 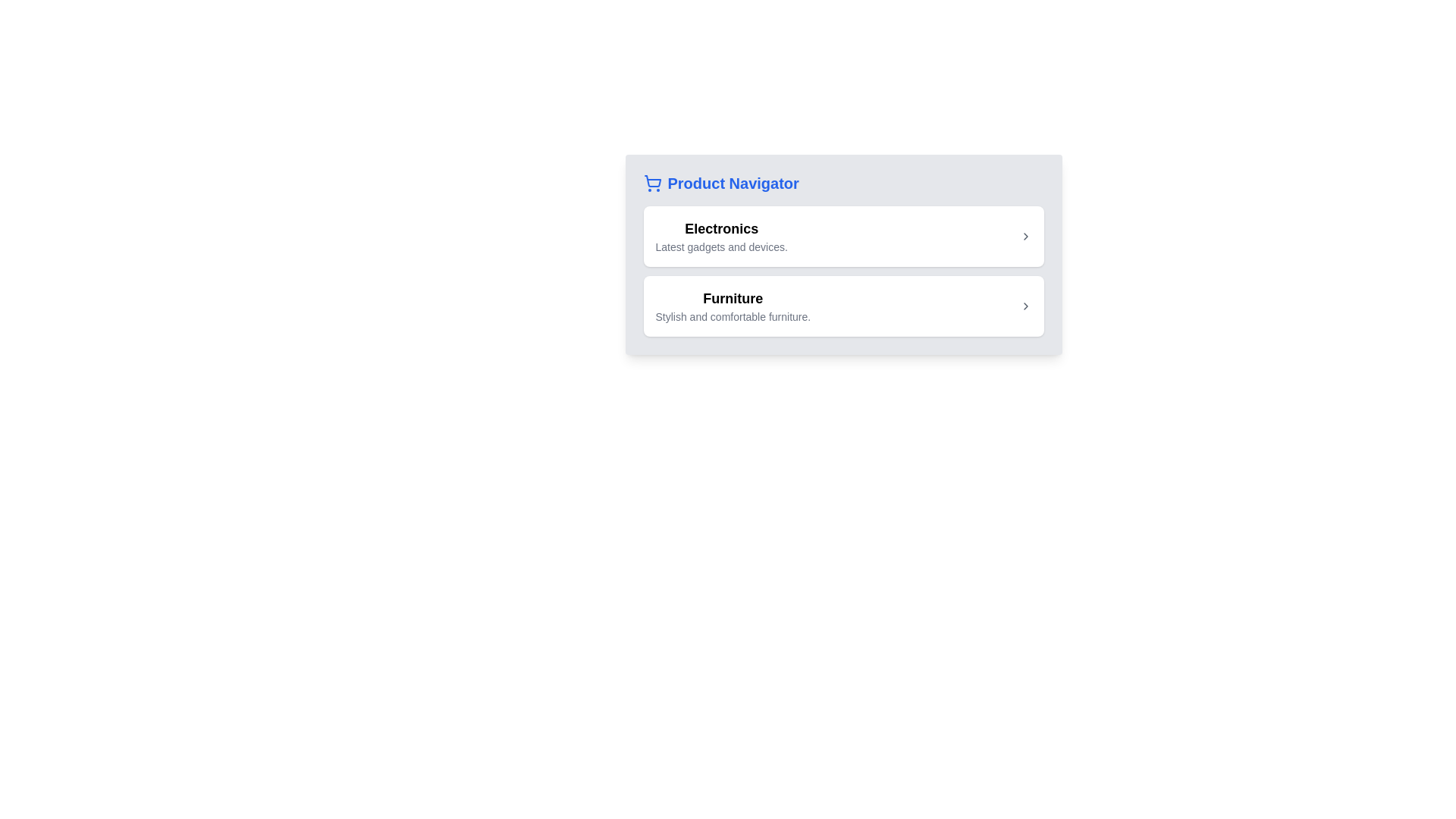 I want to click on the 'Furniture' text label located in the second card of the vertically stacked list under the 'Product Navigator' section, below the 'Electronics' card, so click(x=733, y=306).